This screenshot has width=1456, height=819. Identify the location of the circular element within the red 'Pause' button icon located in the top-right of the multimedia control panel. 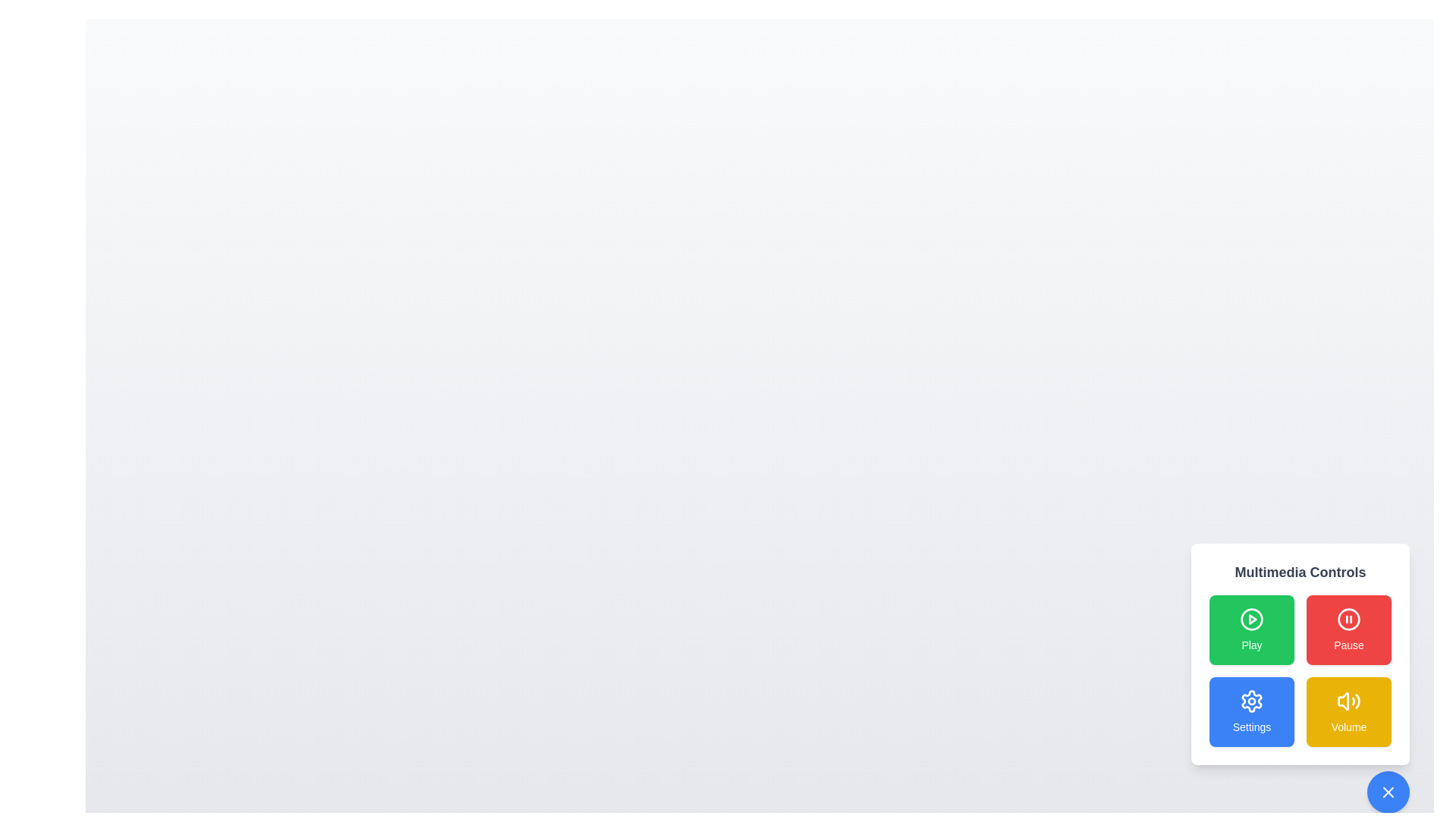
(1349, 620).